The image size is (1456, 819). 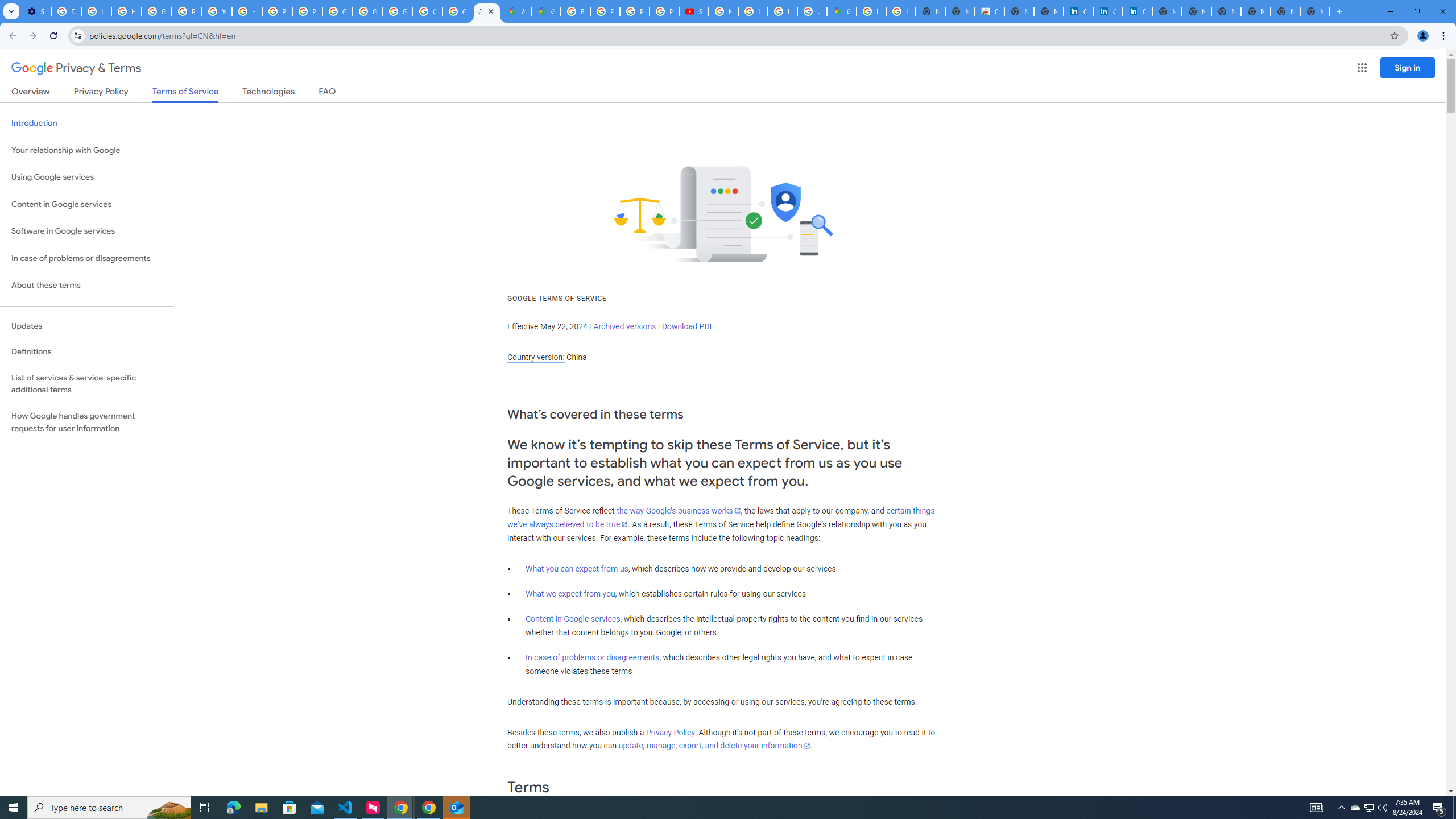 I want to click on 'Subscriptions - YouTube', so click(x=693, y=11).